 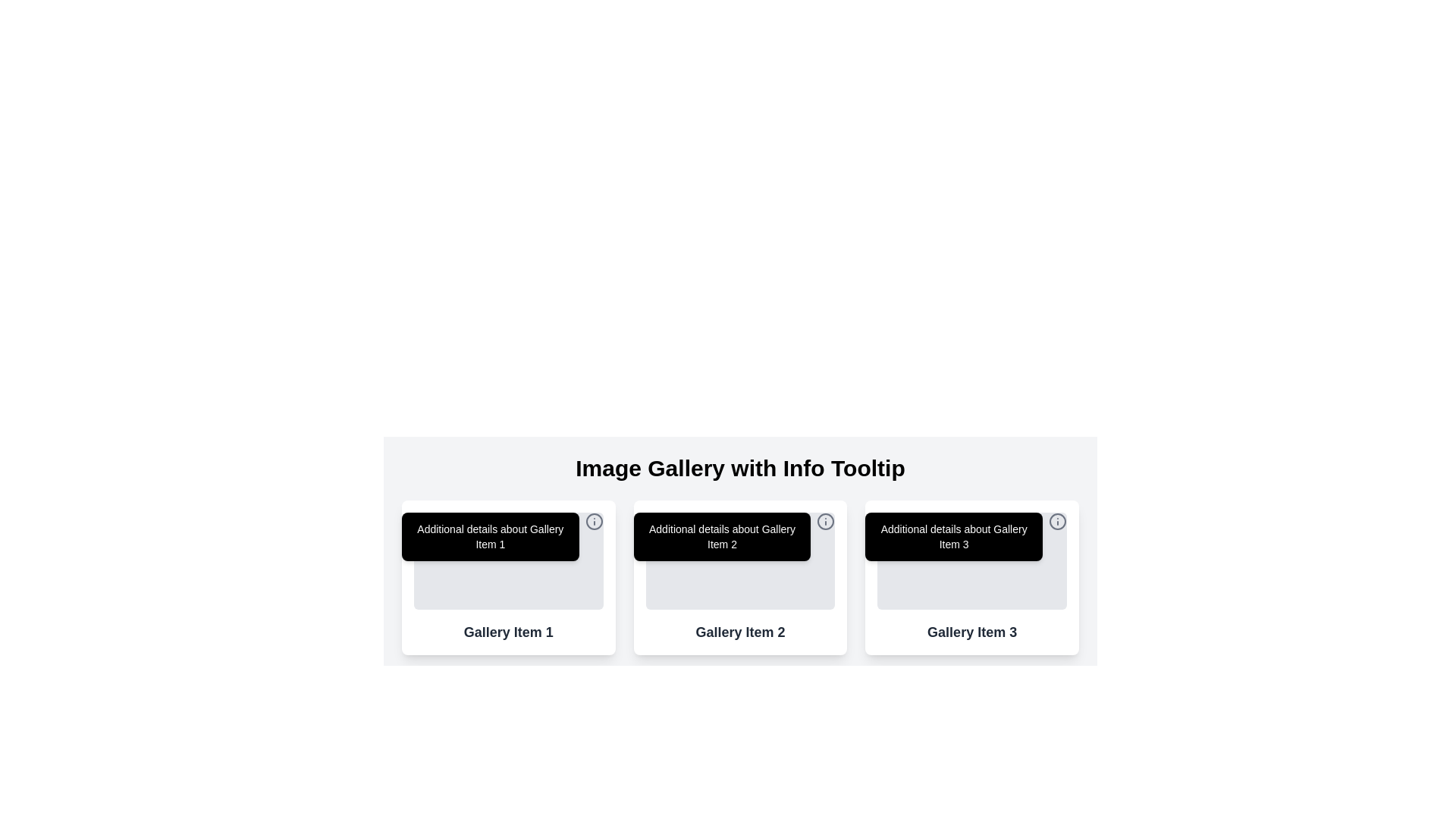 I want to click on the circular icon button with an 'i' symbol in the top-right corner of the card representing 'Gallery Item 2', so click(x=825, y=520).